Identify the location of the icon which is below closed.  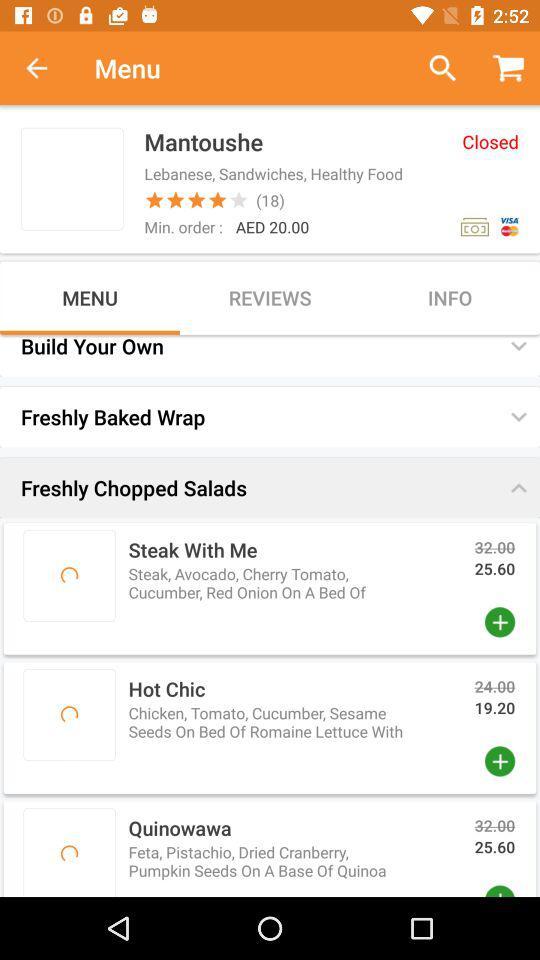
(473, 227).